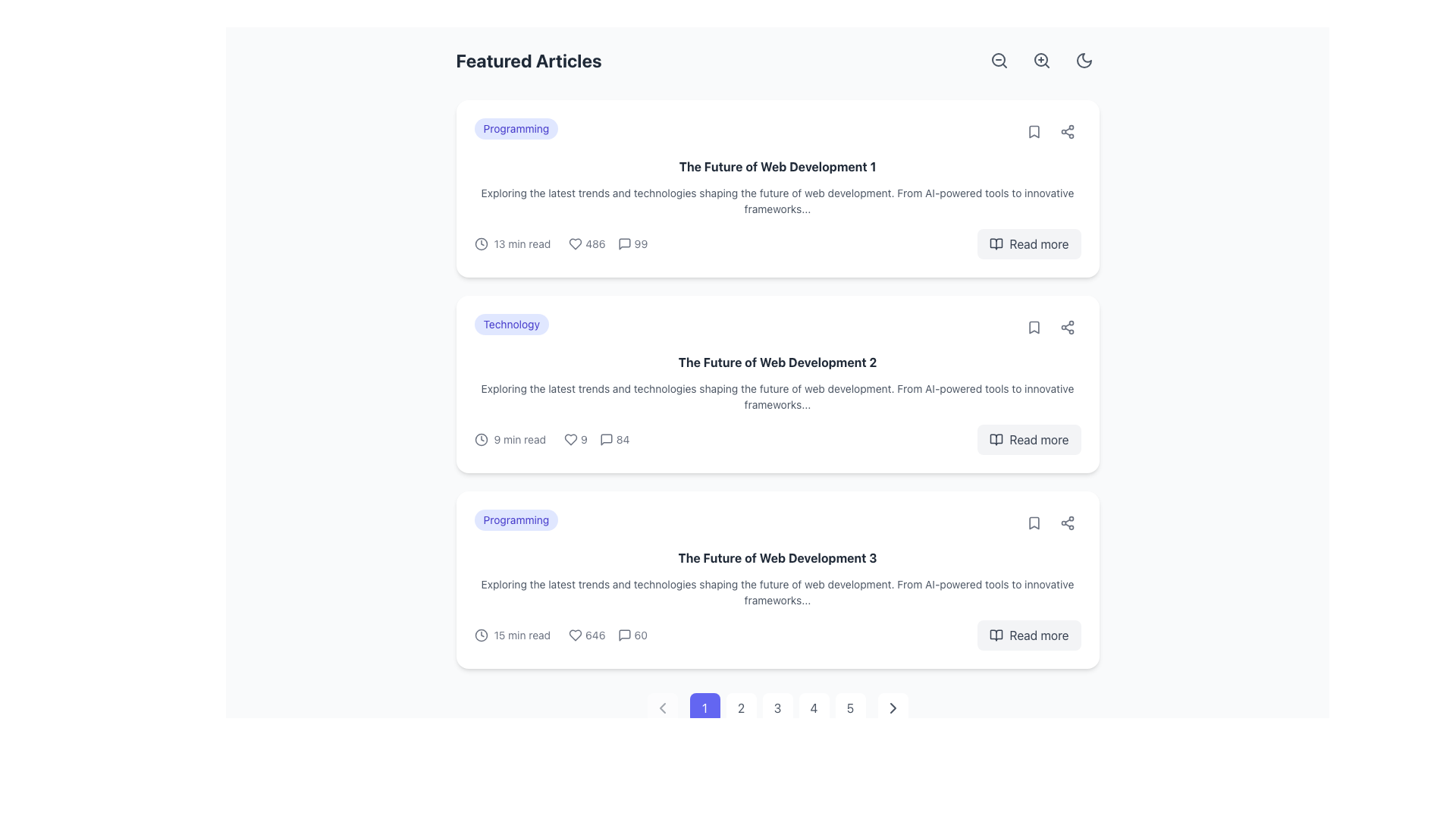  I want to click on the heart icon located in the center-right section of the third card titled 'The Future of Web Development 3', so click(574, 635).